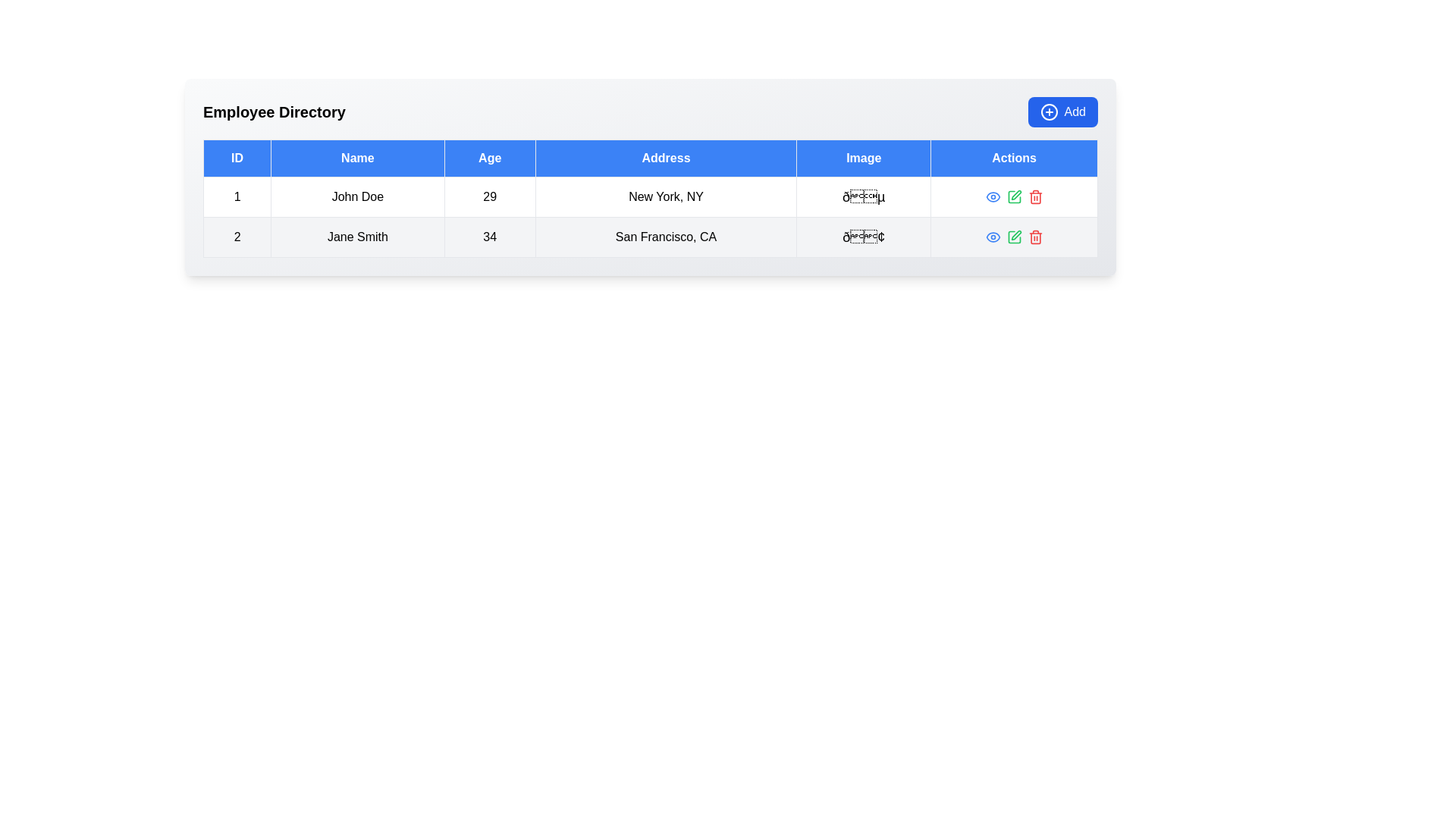 This screenshot has width=1456, height=819. Describe the element at coordinates (356, 237) in the screenshot. I see `the text display element showing 'Jane Smith' in the 'Name' column of the second row` at that location.